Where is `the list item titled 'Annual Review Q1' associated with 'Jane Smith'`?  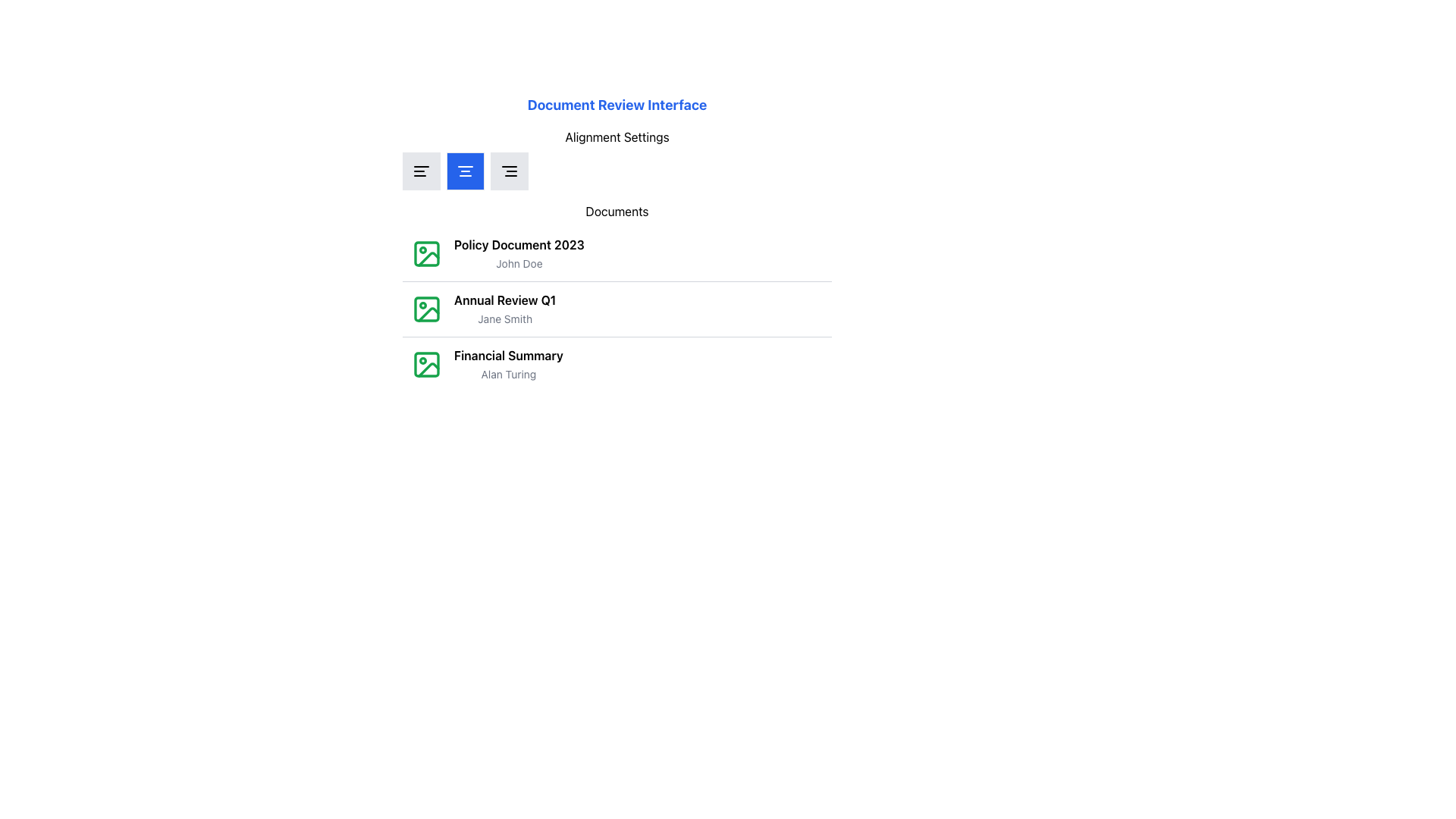
the list item titled 'Annual Review Q1' associated with 'Jane Smith' is located at coordinates (617, 297).